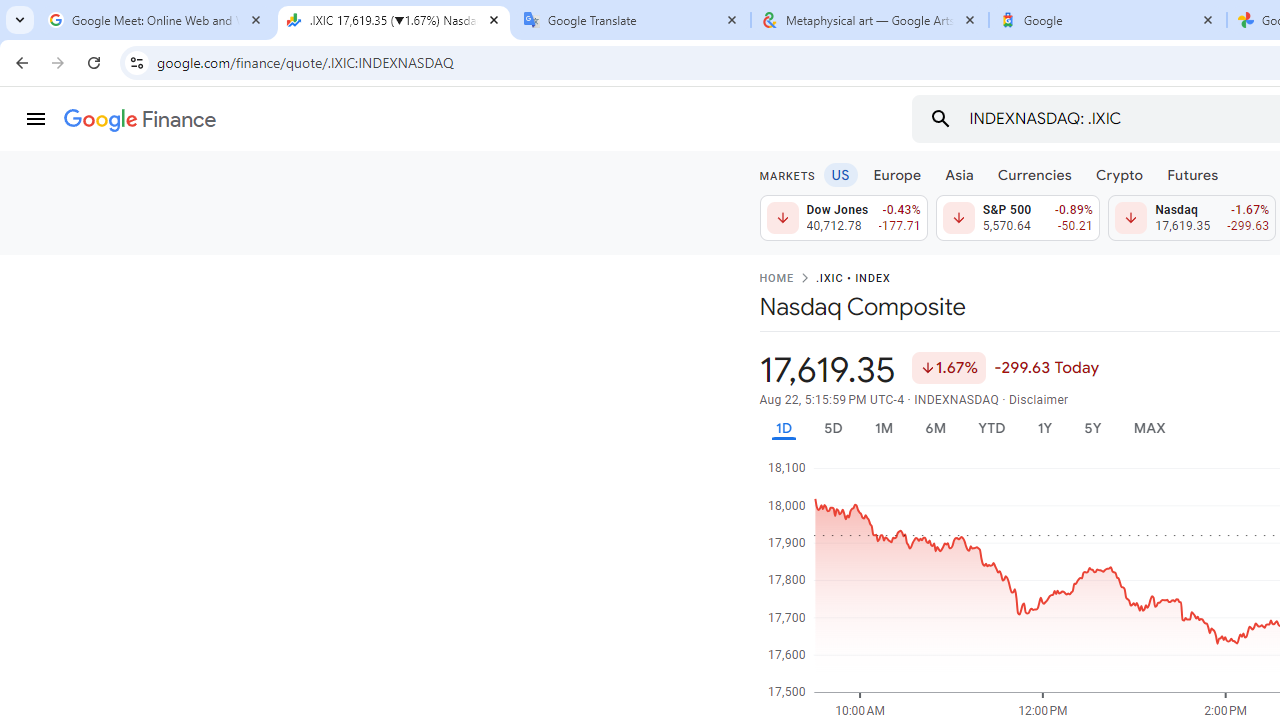 The image size is (1280, 720). Describe the element at coordinates (1107, 20) in the screenshot. I see `'Google'` at that location.